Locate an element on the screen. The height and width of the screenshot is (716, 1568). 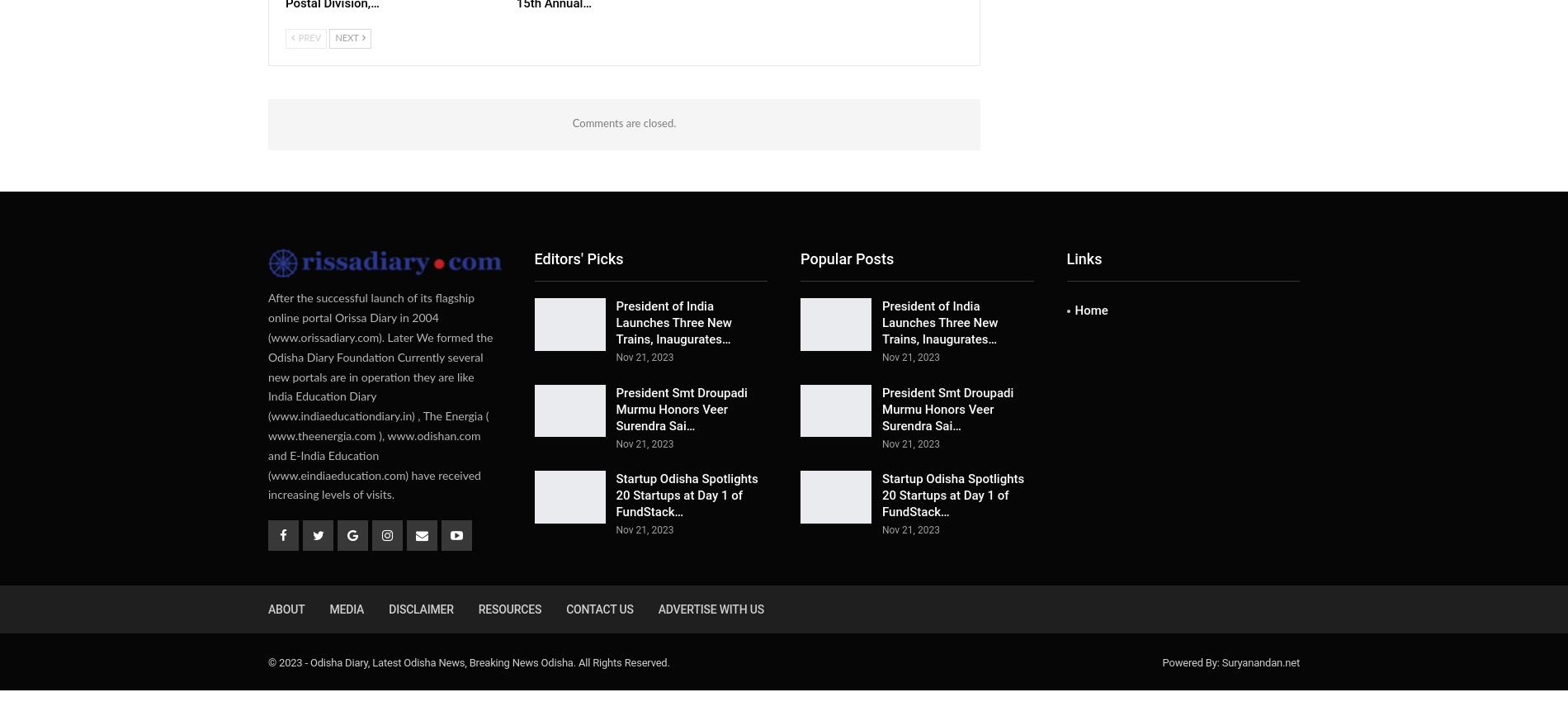
'Disclaimer' is located at coordinates (420, 608).